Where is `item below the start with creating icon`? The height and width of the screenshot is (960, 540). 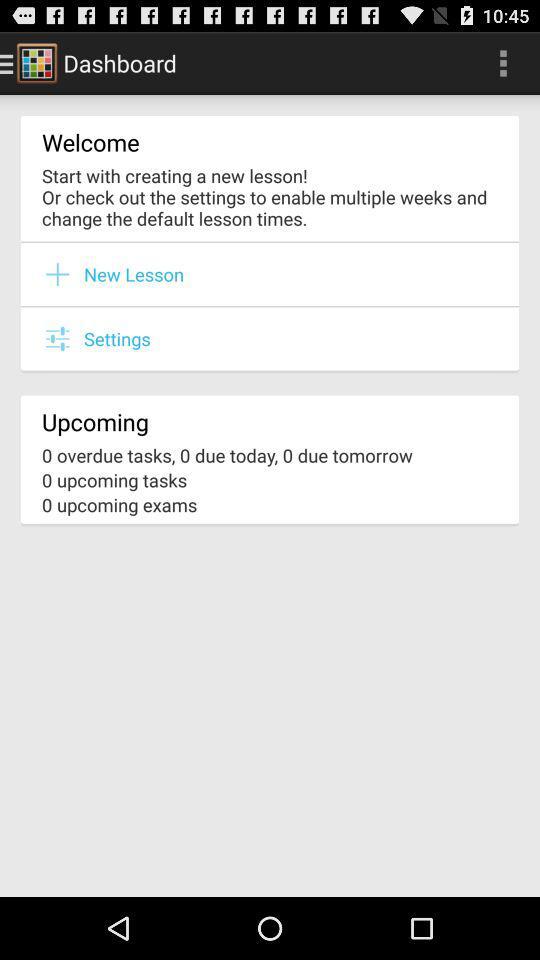
item below the start with creating icon is located at coordinates (270, 240).